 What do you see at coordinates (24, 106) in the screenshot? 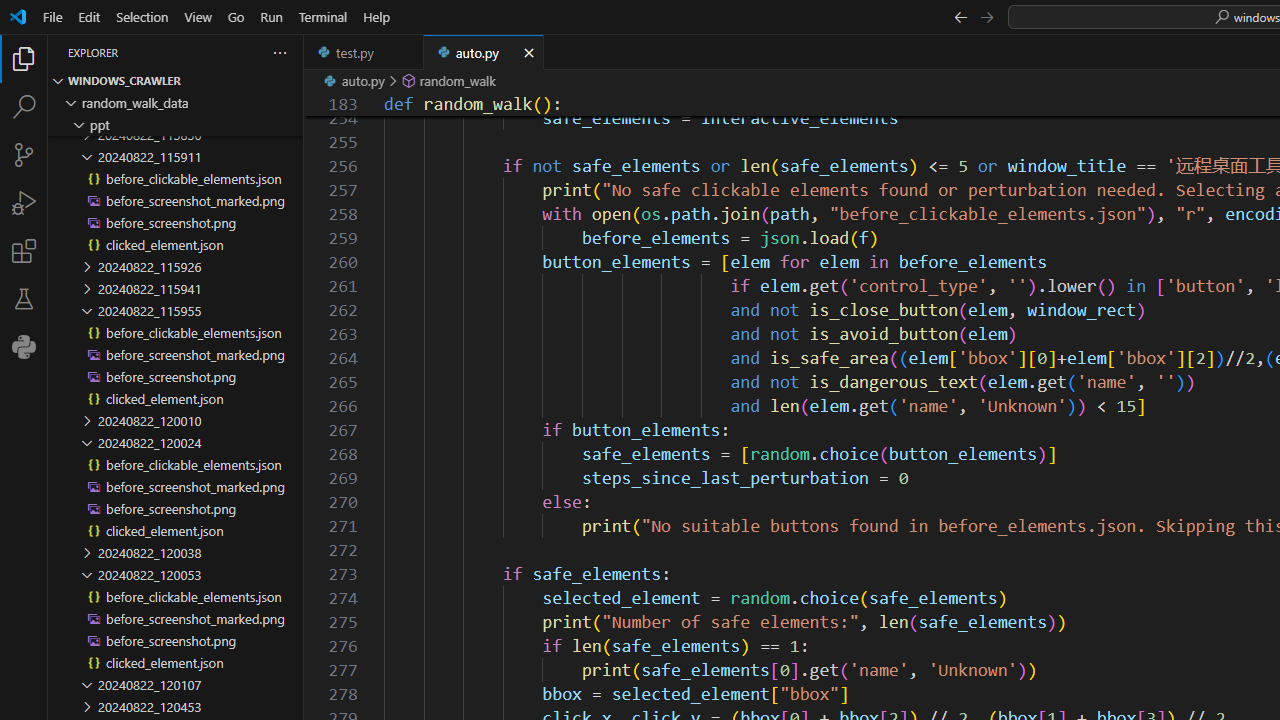
I see `'Search (Ctrl+Shift+F)'` at bounding box center [24, 106].